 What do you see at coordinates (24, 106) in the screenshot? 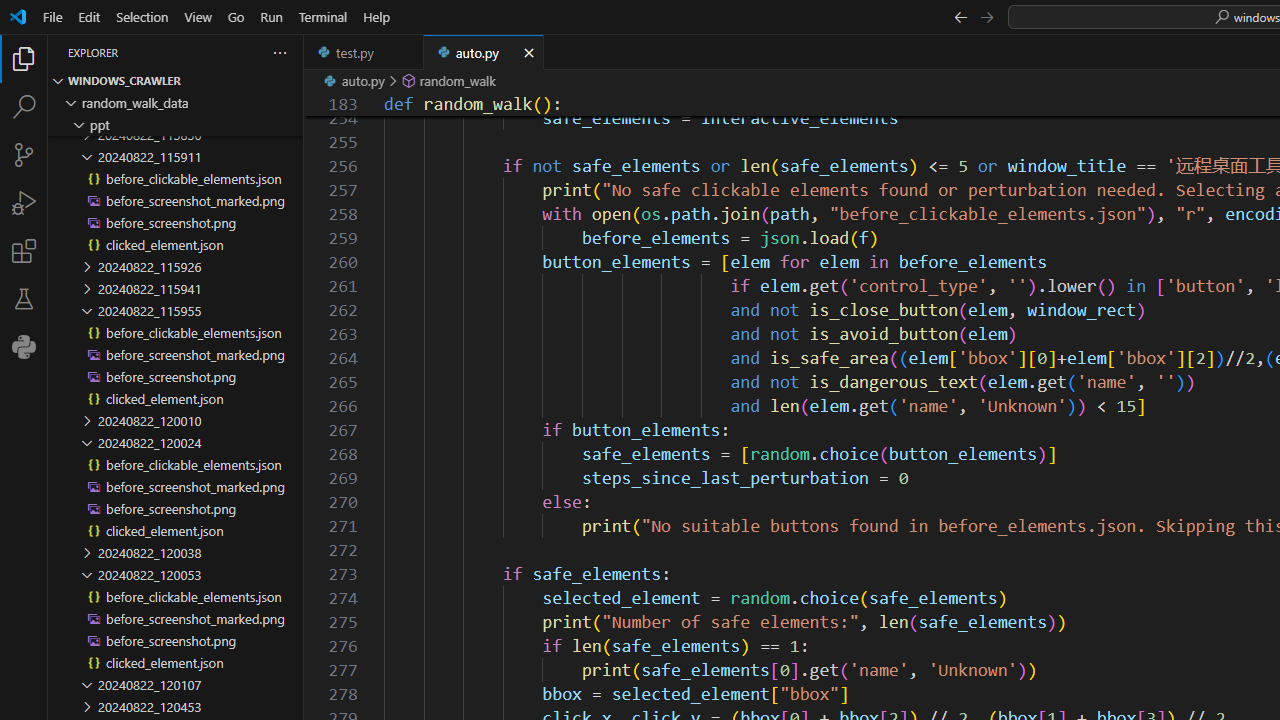
I see `'Search (Ctrl+Shift+F)'` at bounding box center [24, 106].